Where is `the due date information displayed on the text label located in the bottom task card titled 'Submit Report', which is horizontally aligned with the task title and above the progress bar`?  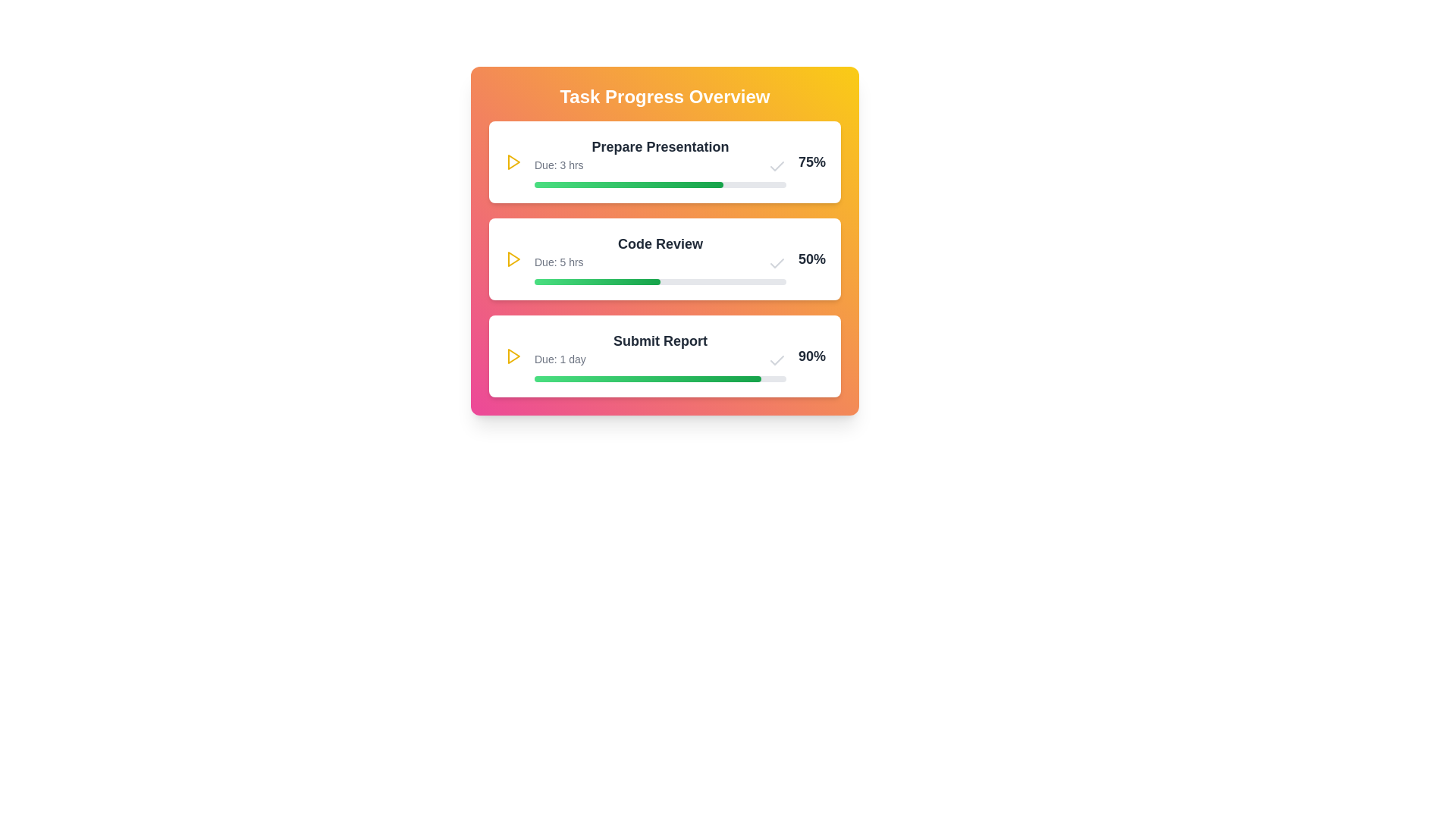
the due date information displayed on the text label located in the bottom task card titled 'Submit Report', which is horizontally aligned with the task title and above the progress bar is located at coordinates (660, 360).